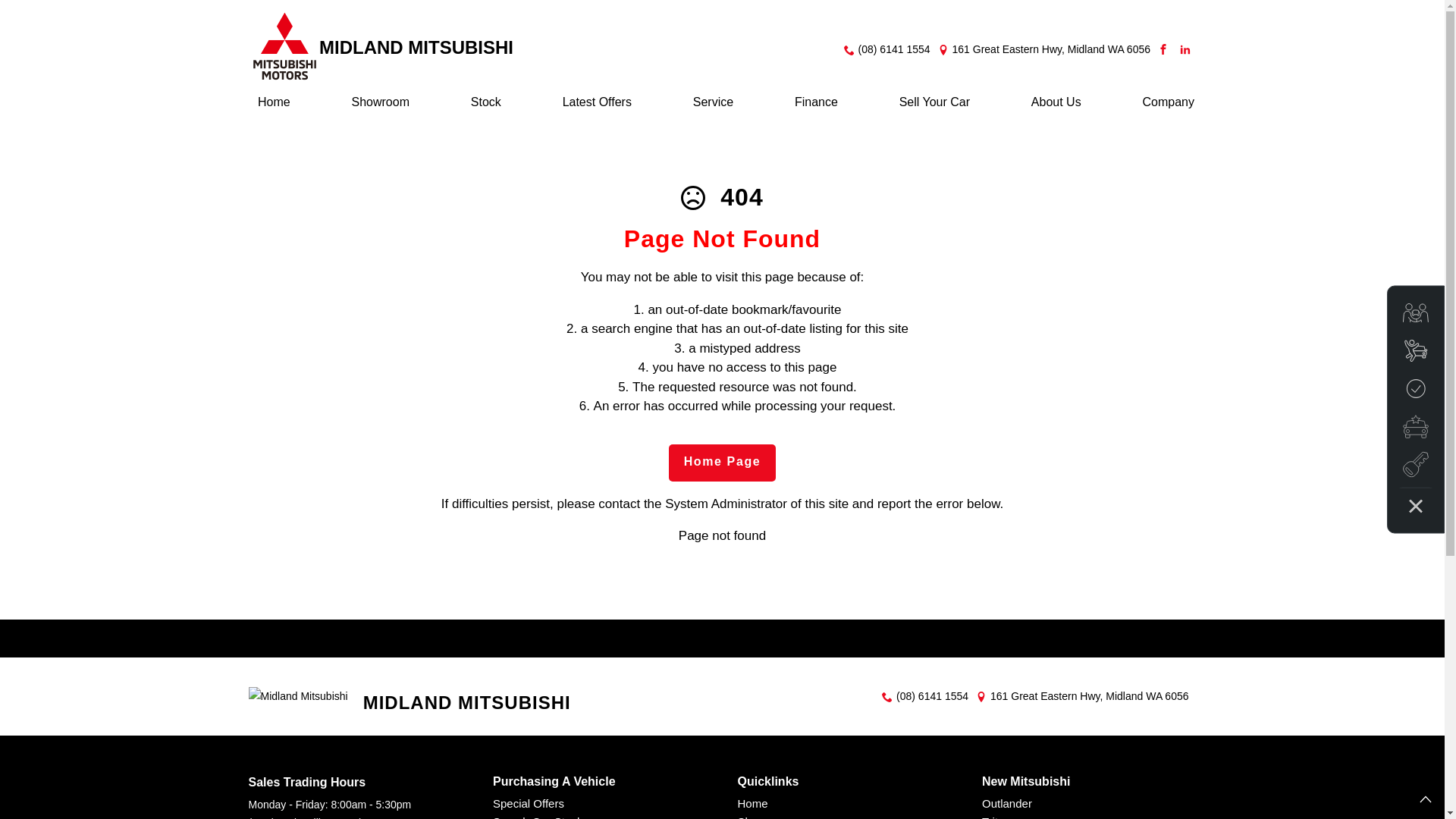 The width and height of the screenshot is (1456, 819). I want to click on 'Home Page', so click(722, 462).